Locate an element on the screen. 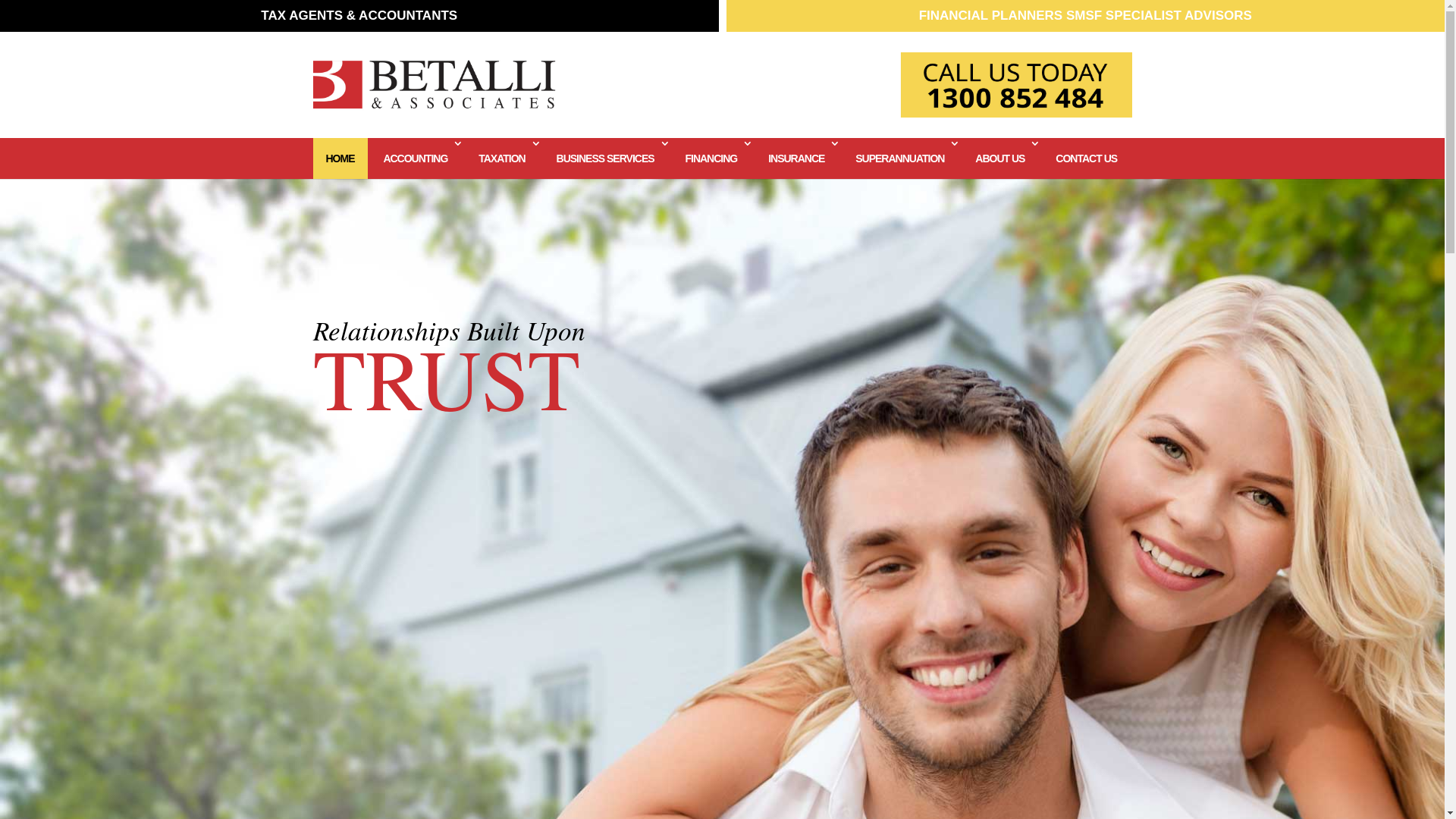  'INSURANCE' is located at coordinates (796, 158).